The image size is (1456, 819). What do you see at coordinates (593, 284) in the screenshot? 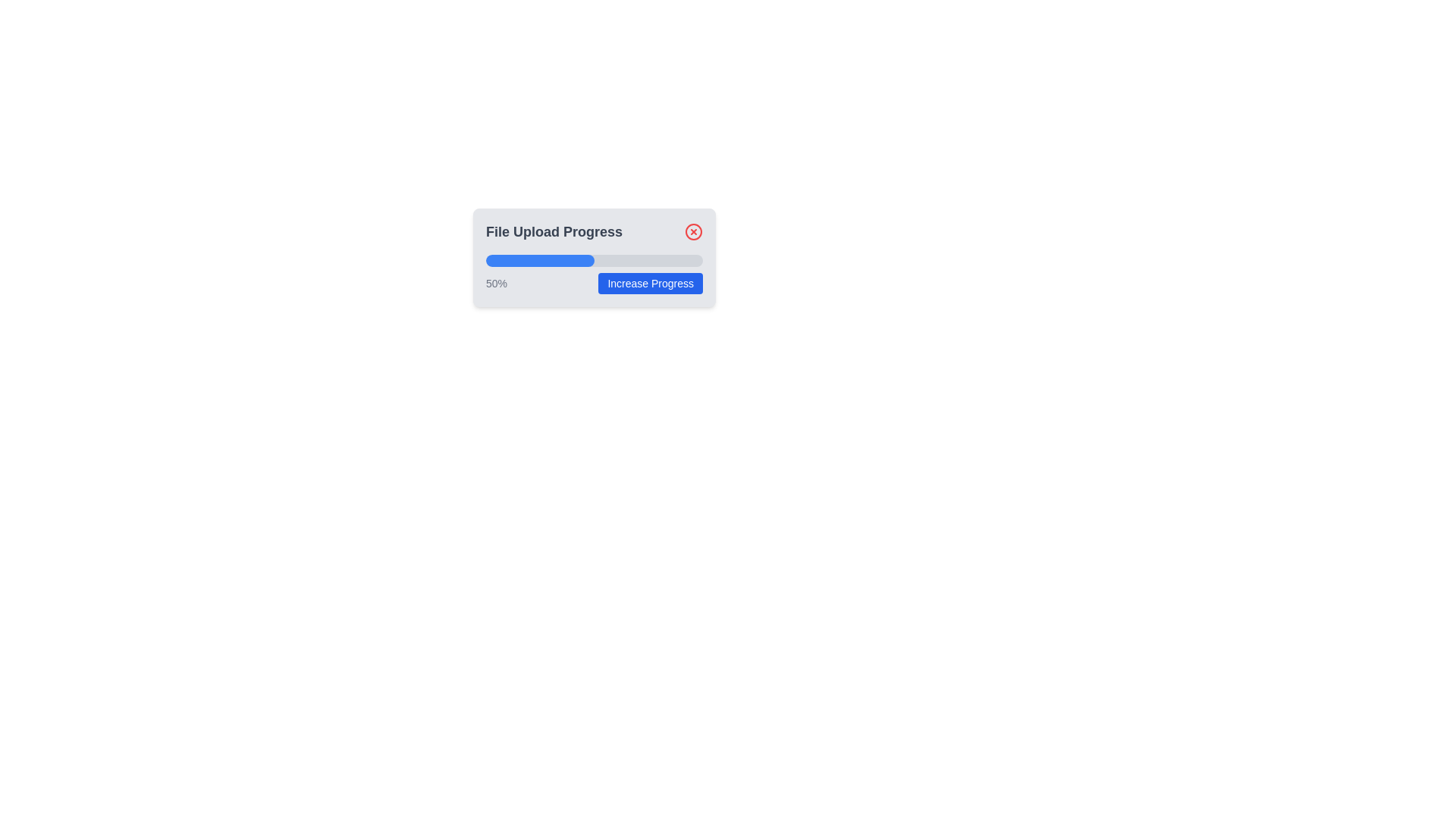
I see `the 'Increase Progress' button located to the right of the '50%' text in the composite progress element under 'File Upload Progress'` at bounding box center [593, 284].